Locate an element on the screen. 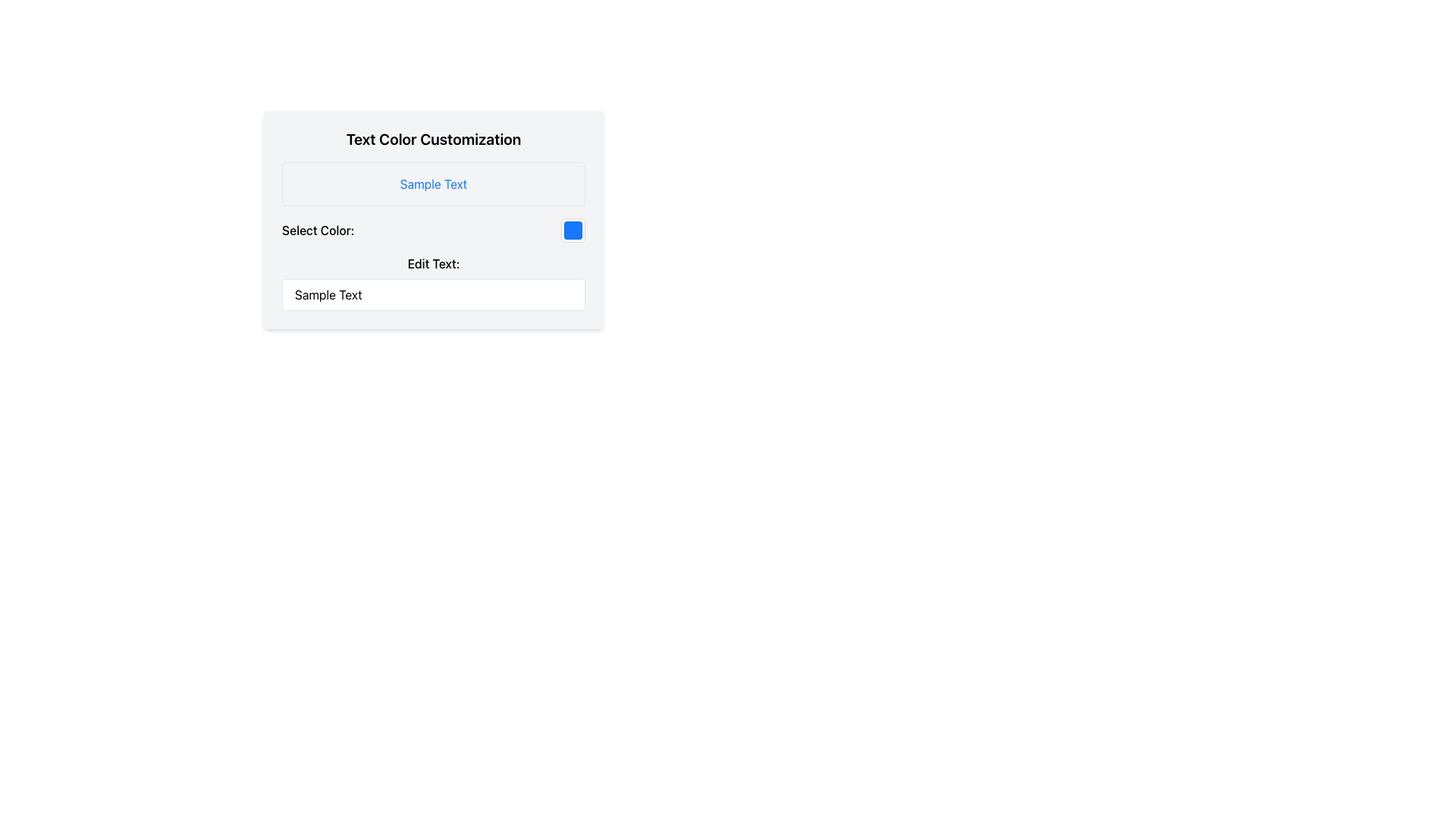 Image resolution: width=1456 pixels, height=819 pixels. the Text label that displays 'Select Color:' which is positioned to the left of the color picker is located at coordinates (317, 231).